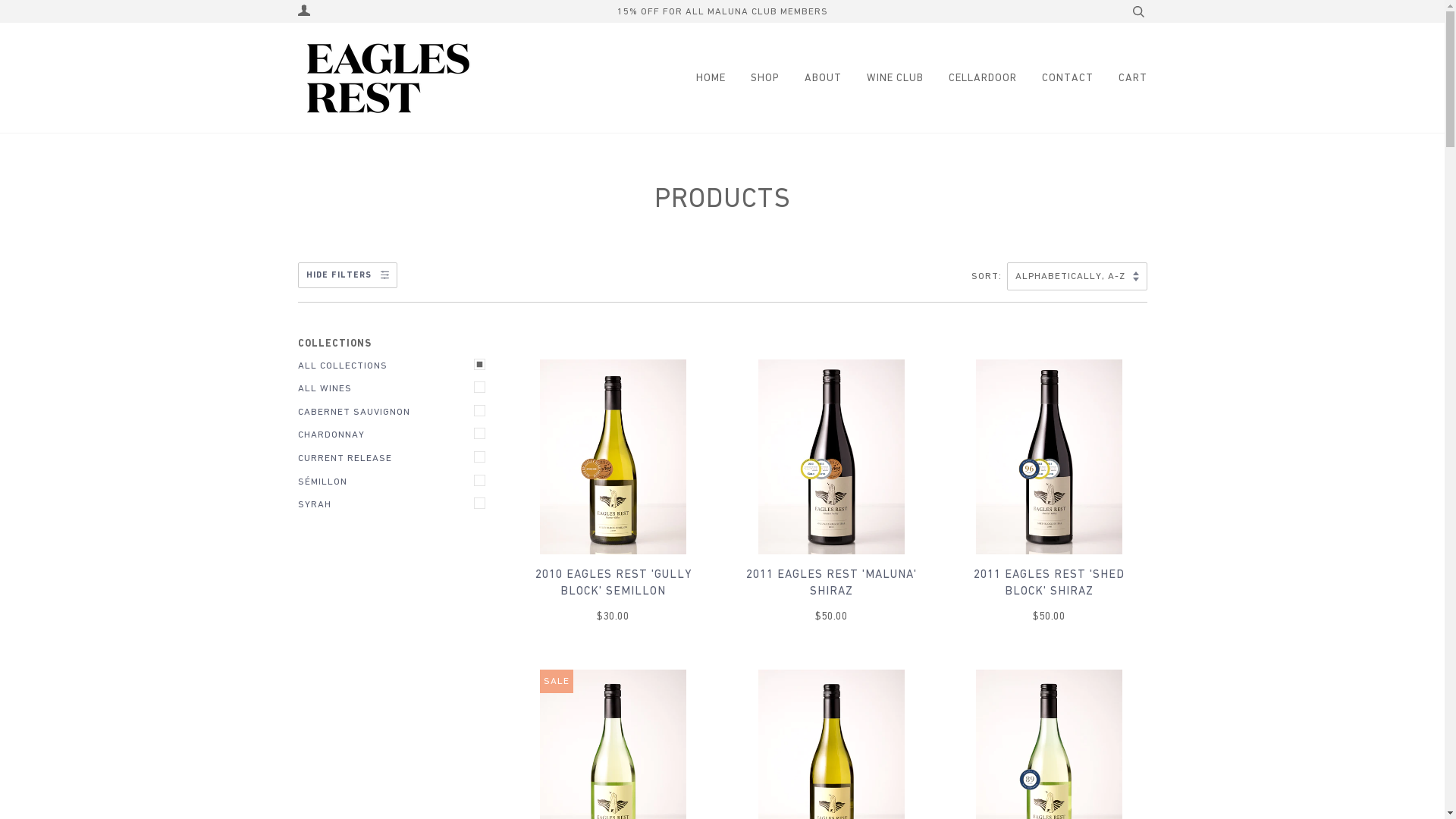 The width and height of the screenshot is (1456, 819). What do you see at coordinates (395, 388) in the screenshot?
I see `'ALL WINES'` at bounding box center [395, 388].